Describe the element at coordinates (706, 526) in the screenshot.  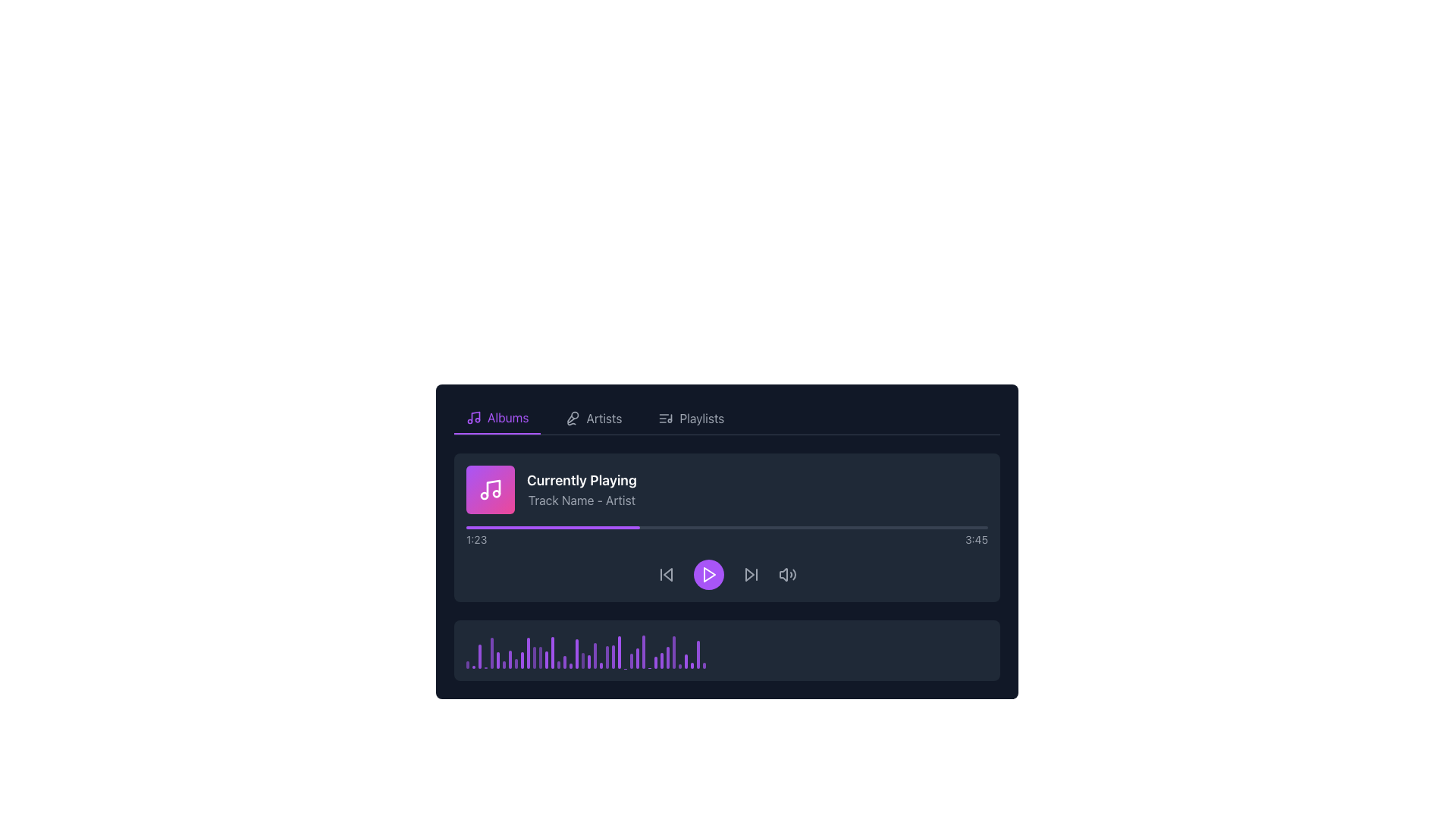
I see `the playback position` at that location.